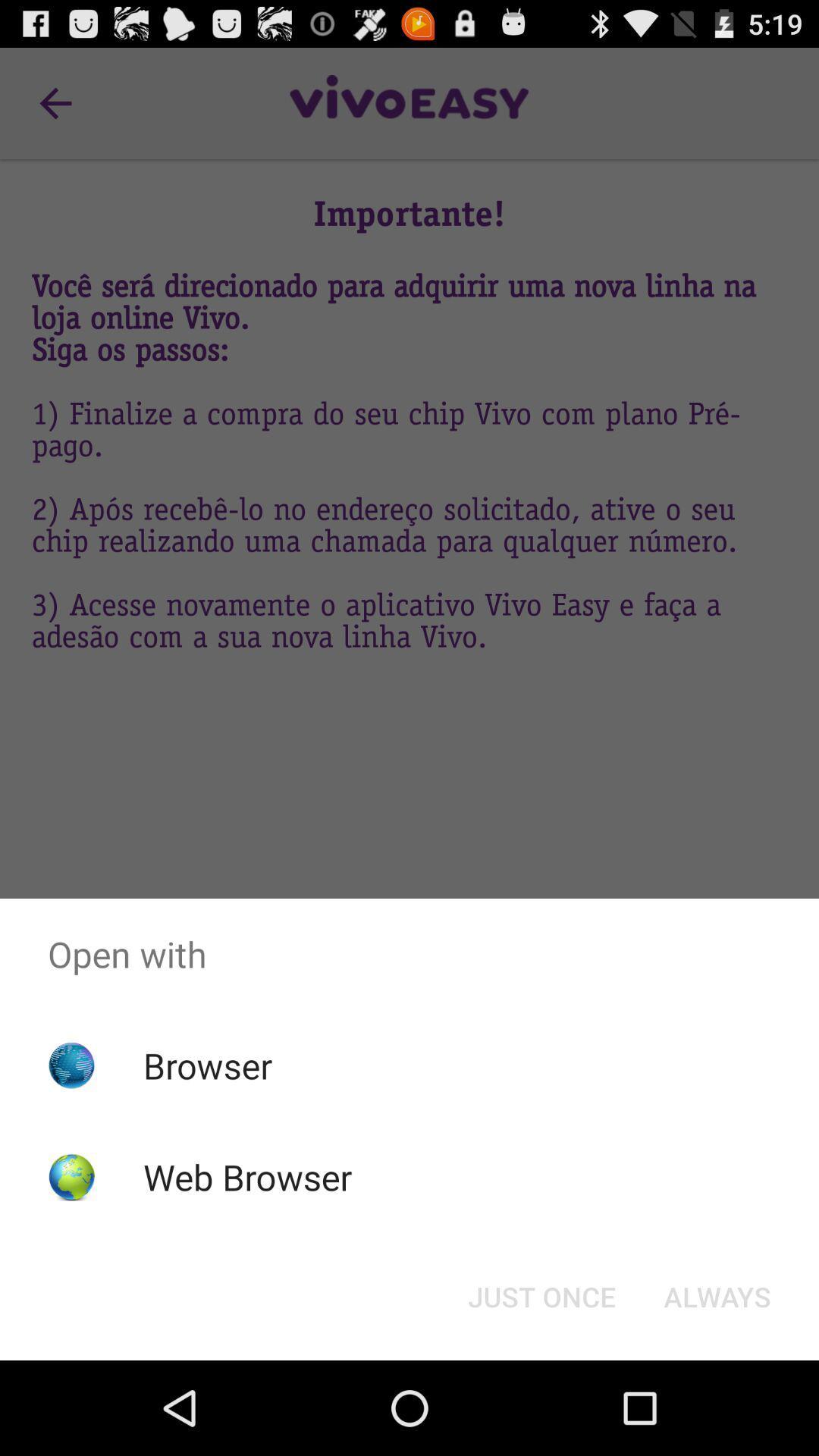 This screenshot has width=819, height=1456. Describe the element at coordinates (717, 1295) in the screenshot. I see `icon next to the just once button` at that location.